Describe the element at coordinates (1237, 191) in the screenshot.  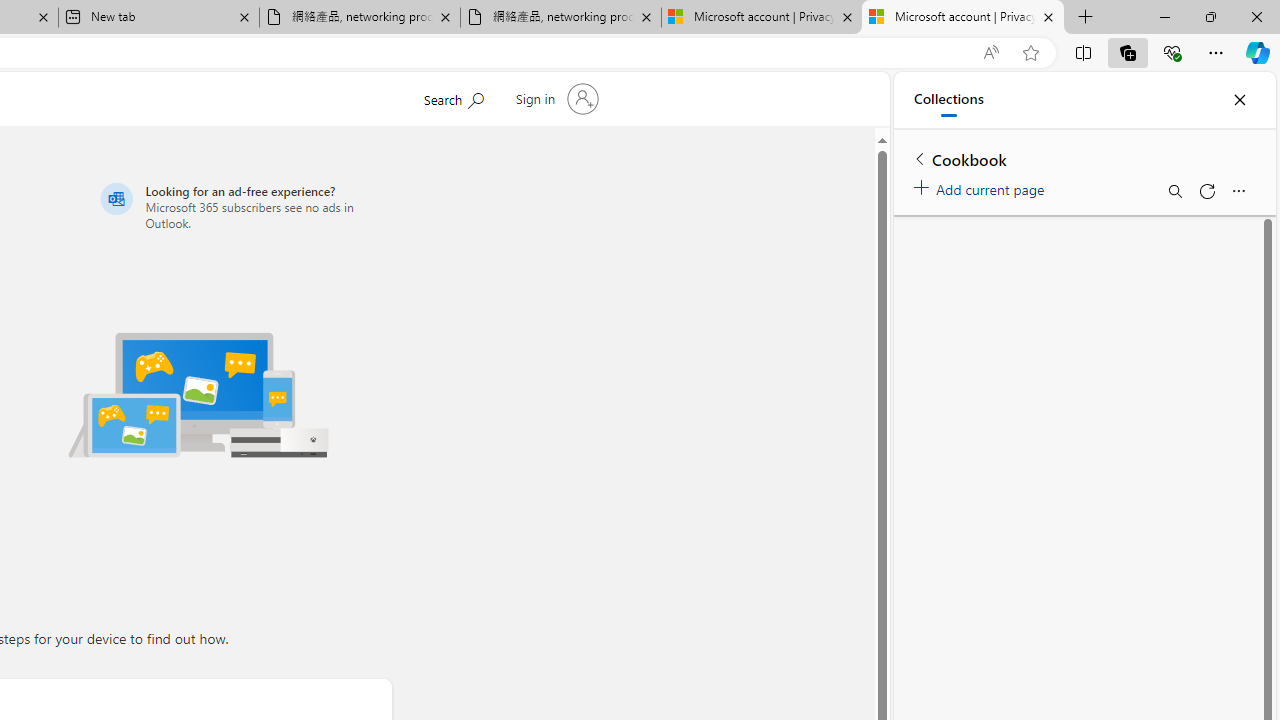
I see `'More options menu'` at that location.